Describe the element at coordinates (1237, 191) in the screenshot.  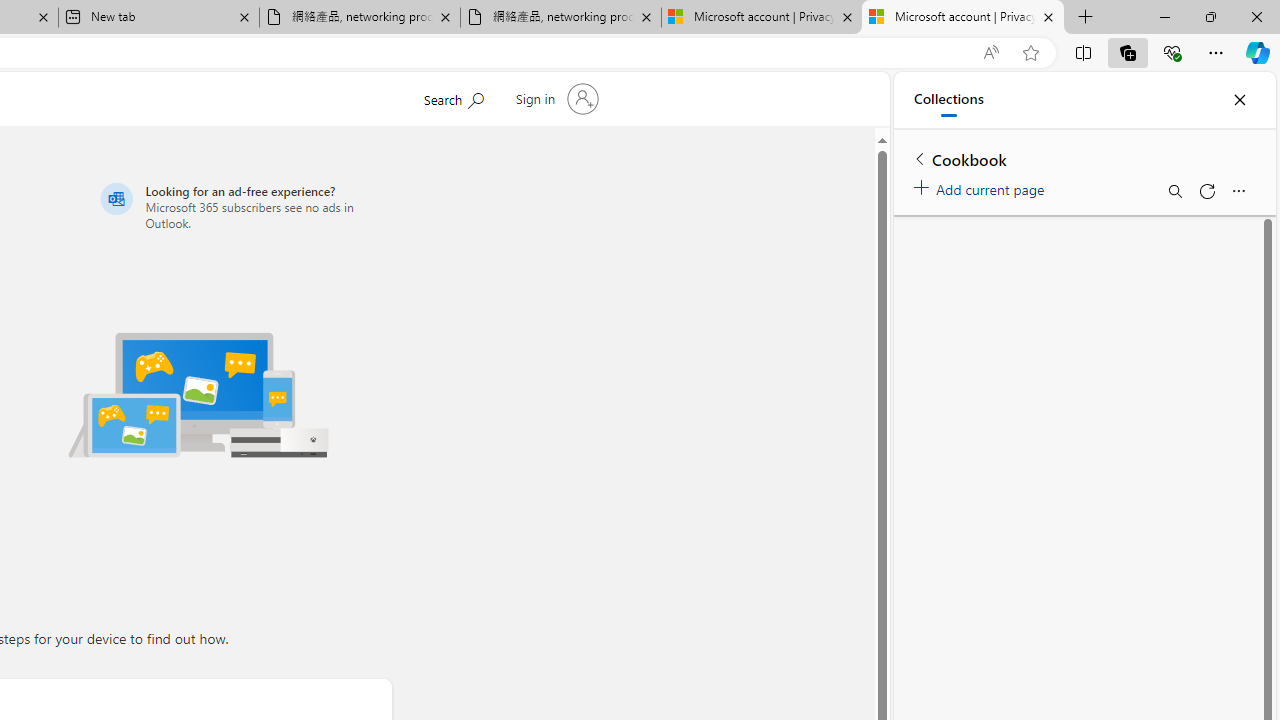
I see `'More options menu'` at that location.